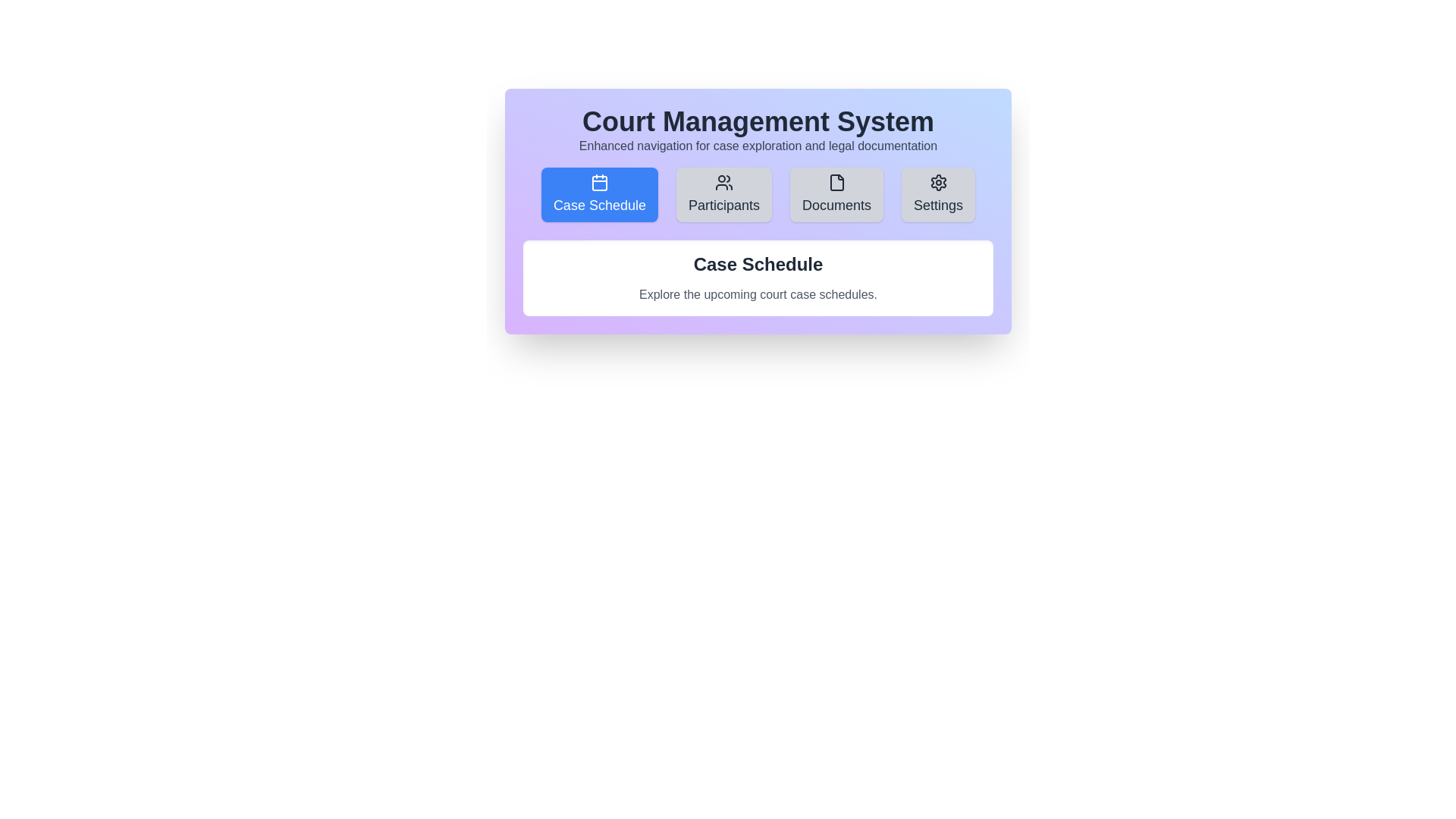 This screenshot has width=1456, height=819. Describe the element at coordinates (598, 194) in the screenshot. I see `the Case Schedule tab by clicking on its corresponding button` at that location.